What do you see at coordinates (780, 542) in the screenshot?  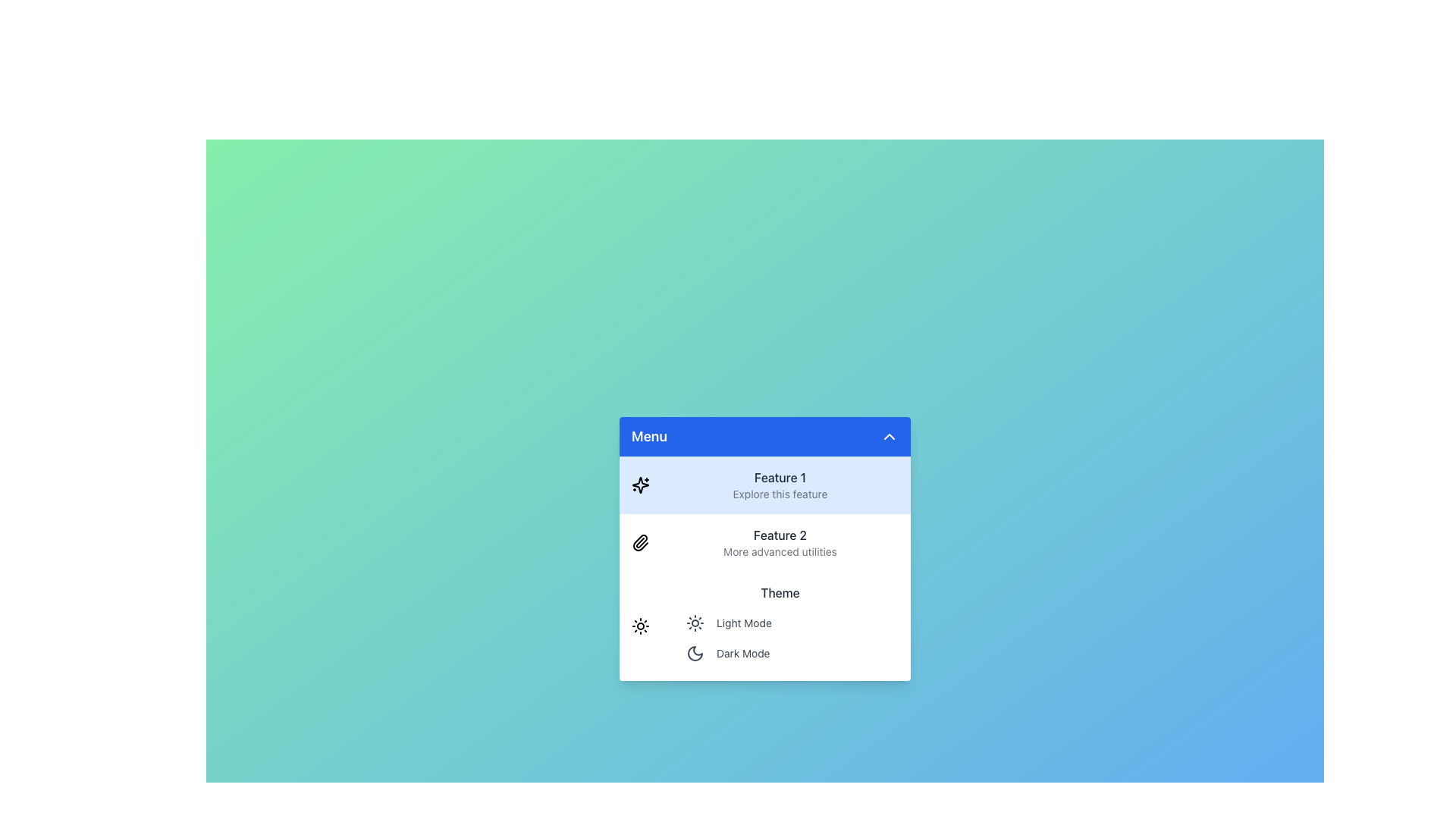 I see `the 'Feature 2' menu item, which displays centered text 'Feature 2' in bold and 'More advanced utilities' in smaller gray font` at bounding box center [780, 542].